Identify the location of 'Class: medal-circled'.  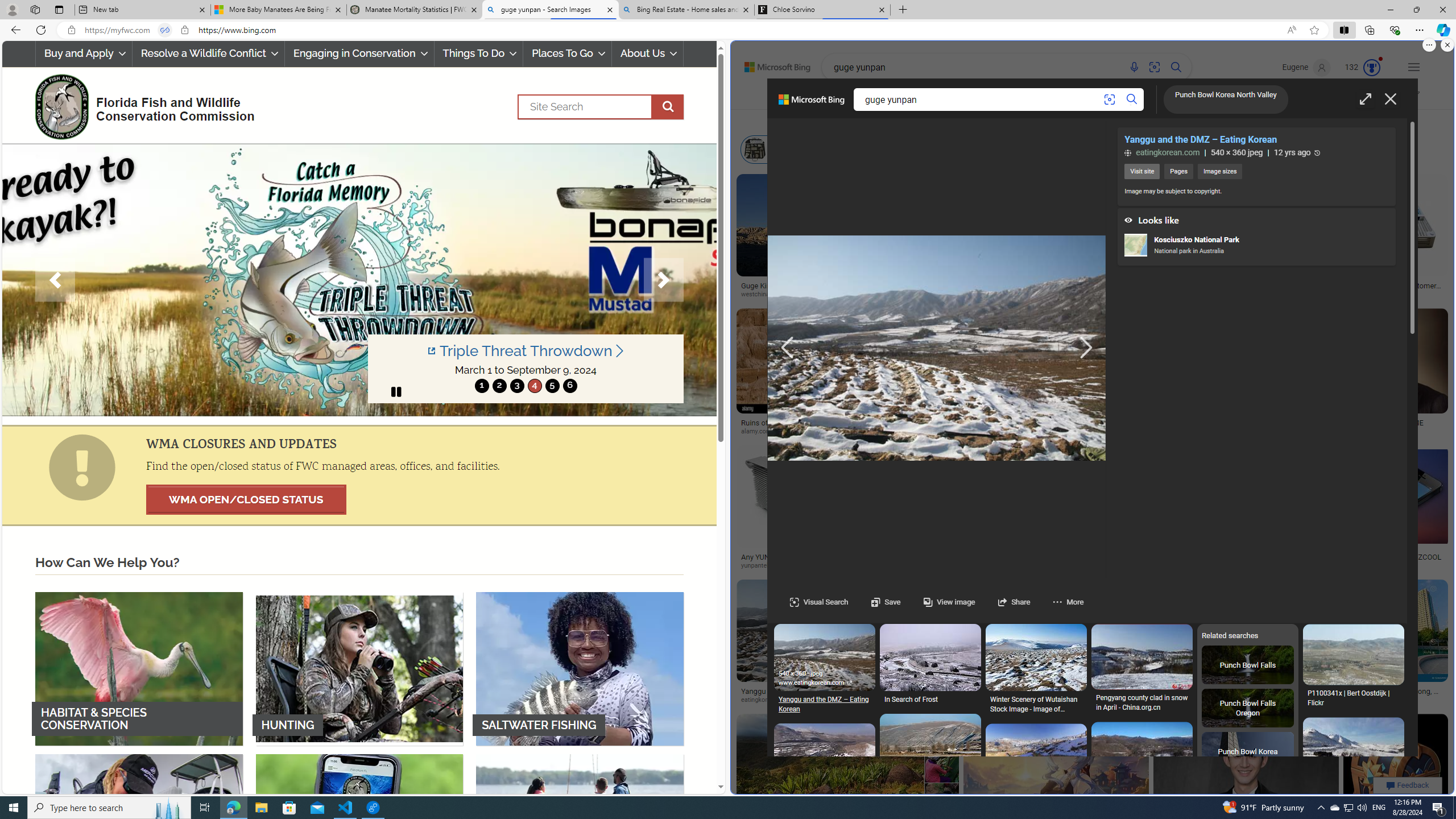
(1371, 67).